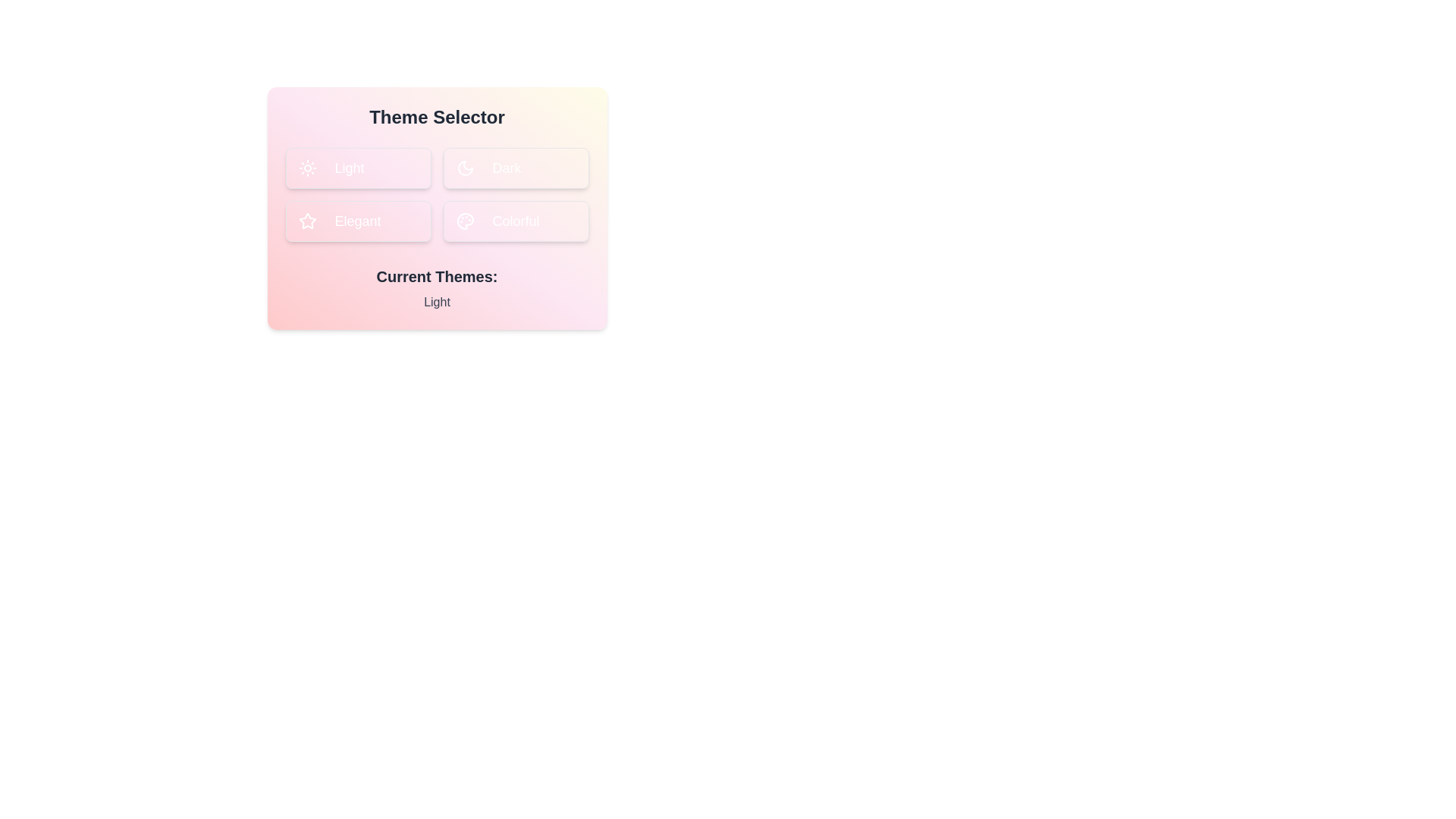  What do you see at coordinates (436, 289) in the screenshot?
I see `the text display element that shows the current theme, which includes the header 'Current Themes:' and the word 'Light' below it` at bounding box center [436, 289].